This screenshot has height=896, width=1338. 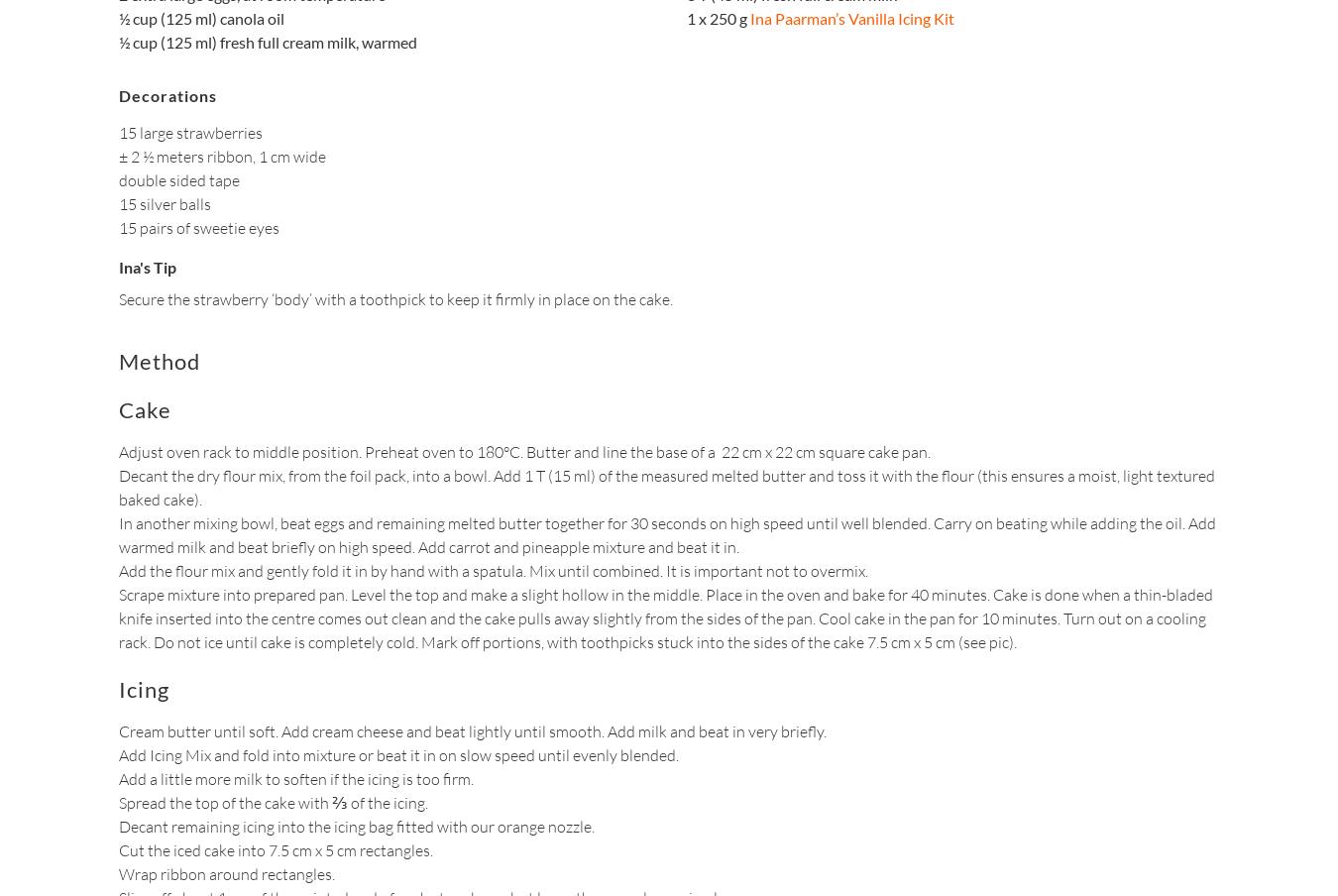 I want to click on 'Wrap ribbon around rectangles.', so click(x=119, y=873).